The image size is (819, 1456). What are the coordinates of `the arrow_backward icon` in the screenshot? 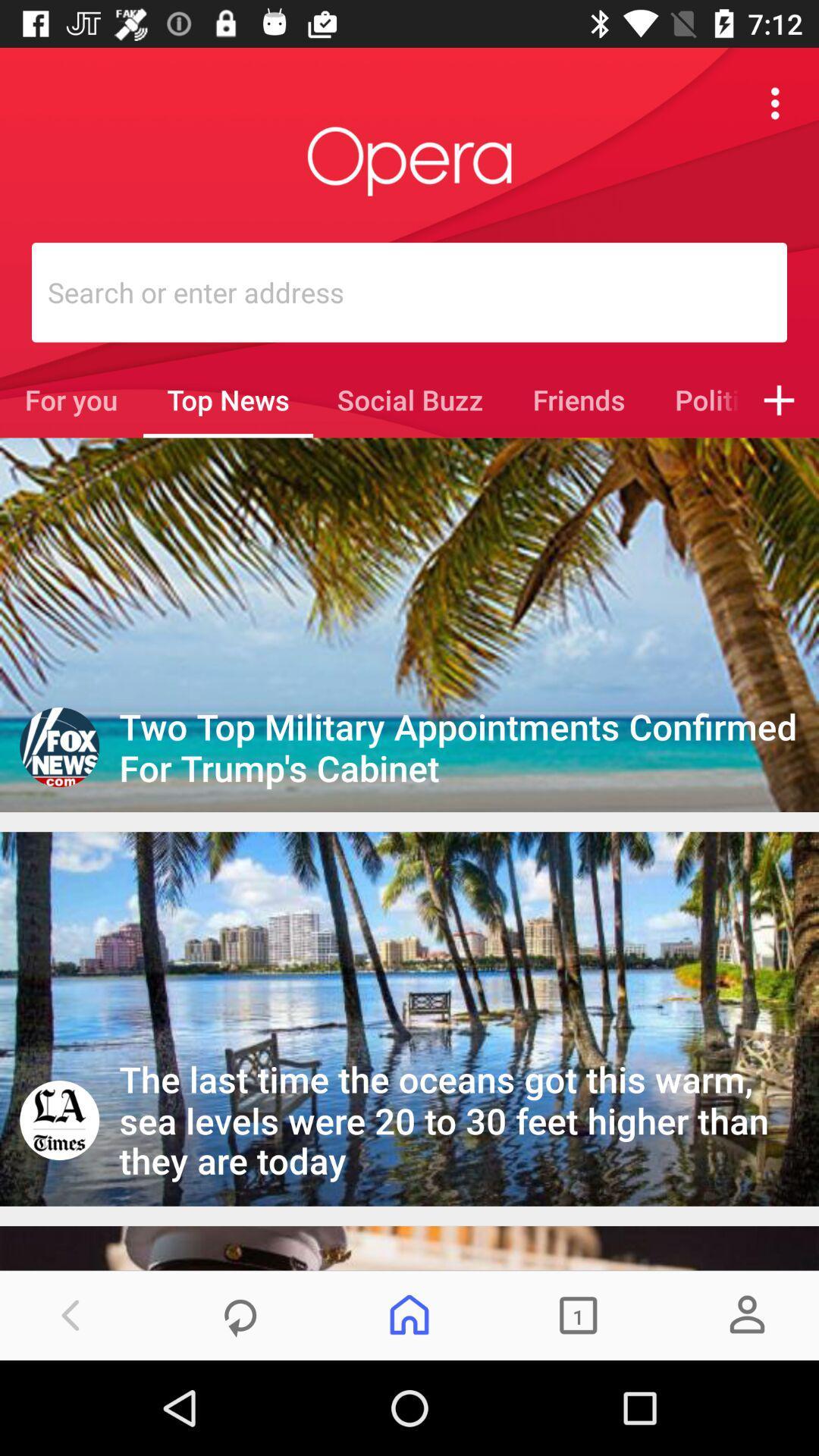 It's located at (71, 1314).